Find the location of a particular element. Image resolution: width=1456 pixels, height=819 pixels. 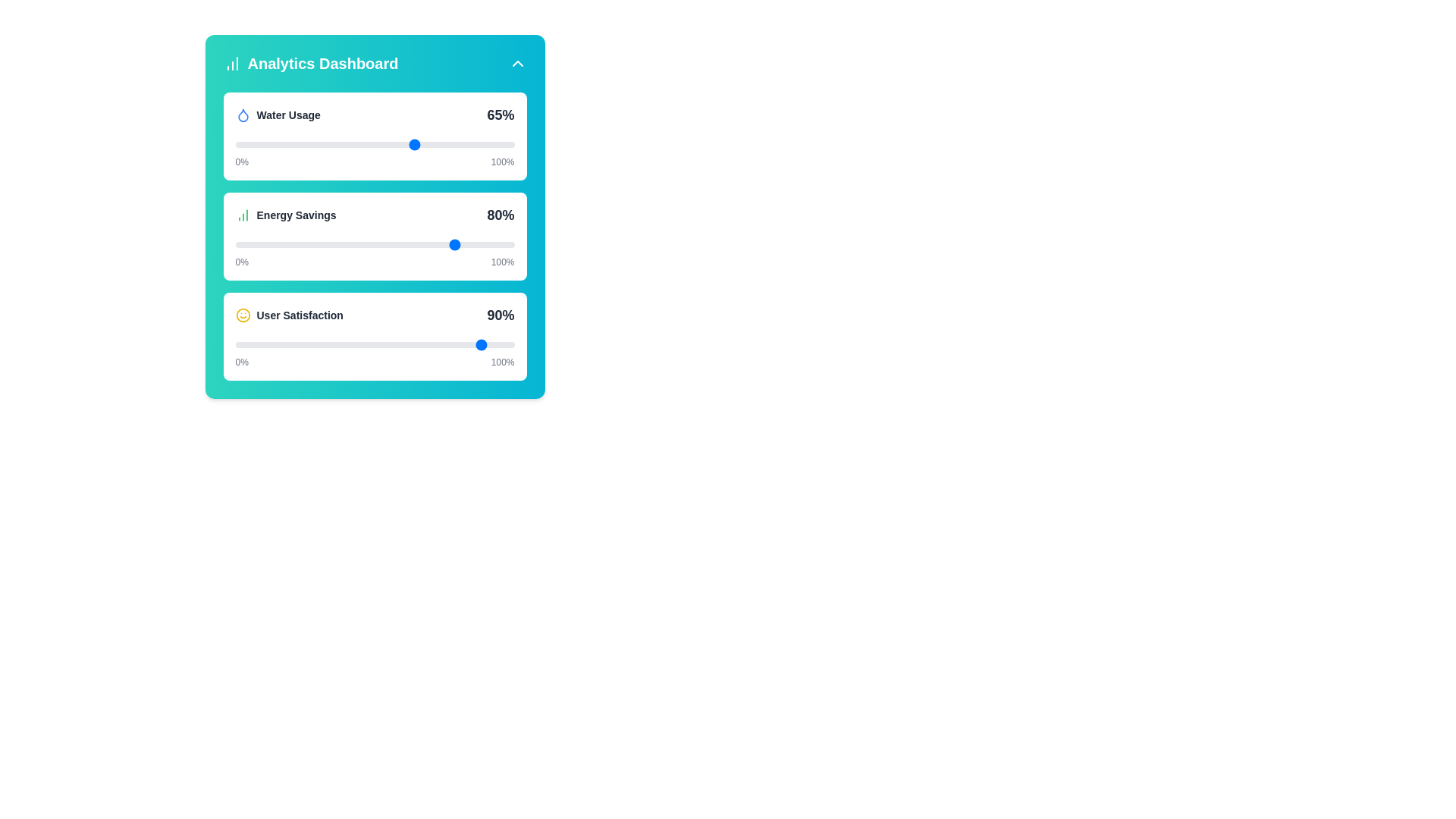

the Text label indicating user satisfaction percentage in the Analytics Dashboard, which is located horizontally right of the 'User Satisfaction' label is located at coordinates (500, 315).